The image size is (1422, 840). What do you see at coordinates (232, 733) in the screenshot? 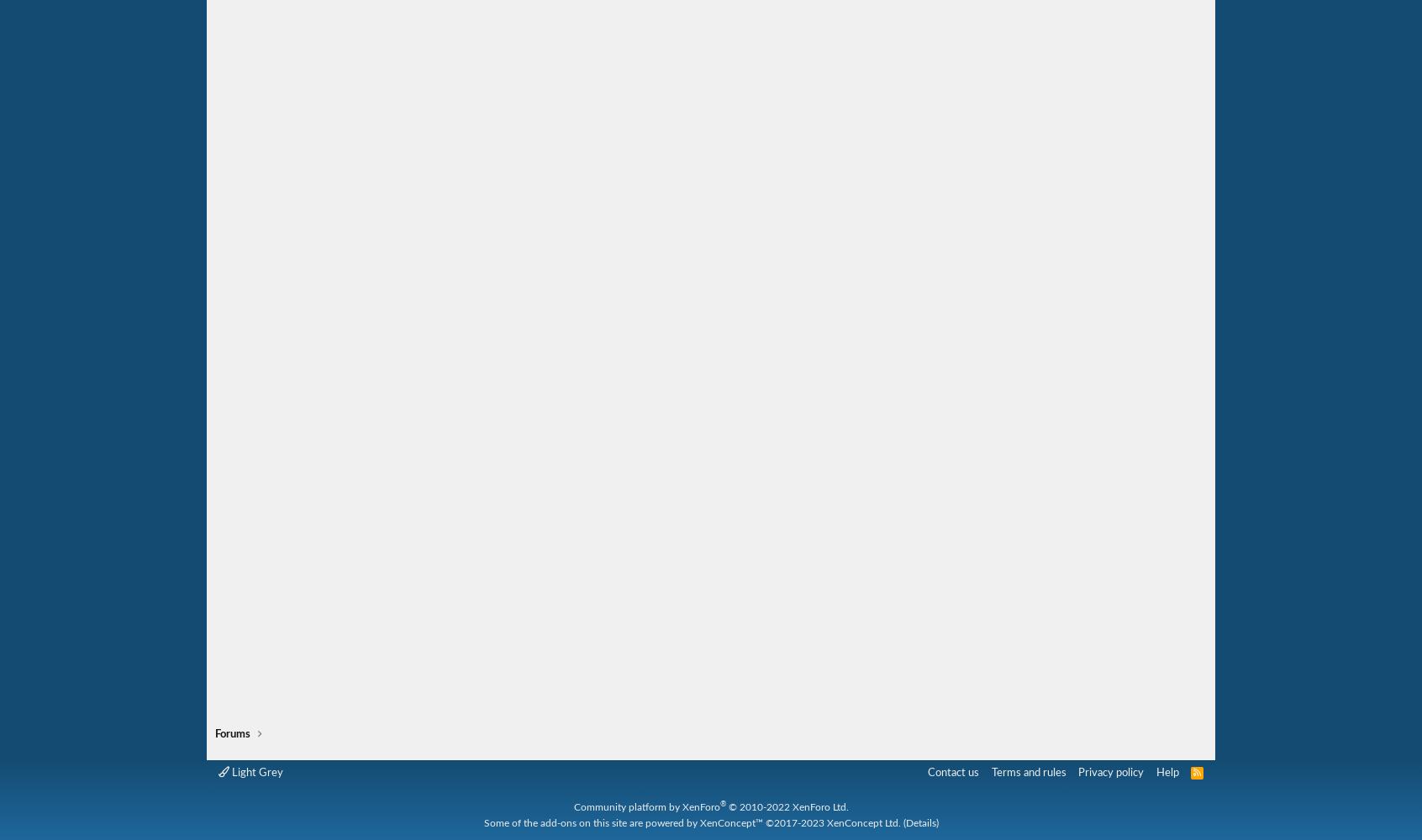
I see `'Forums'` at bounding box center [232, 733].